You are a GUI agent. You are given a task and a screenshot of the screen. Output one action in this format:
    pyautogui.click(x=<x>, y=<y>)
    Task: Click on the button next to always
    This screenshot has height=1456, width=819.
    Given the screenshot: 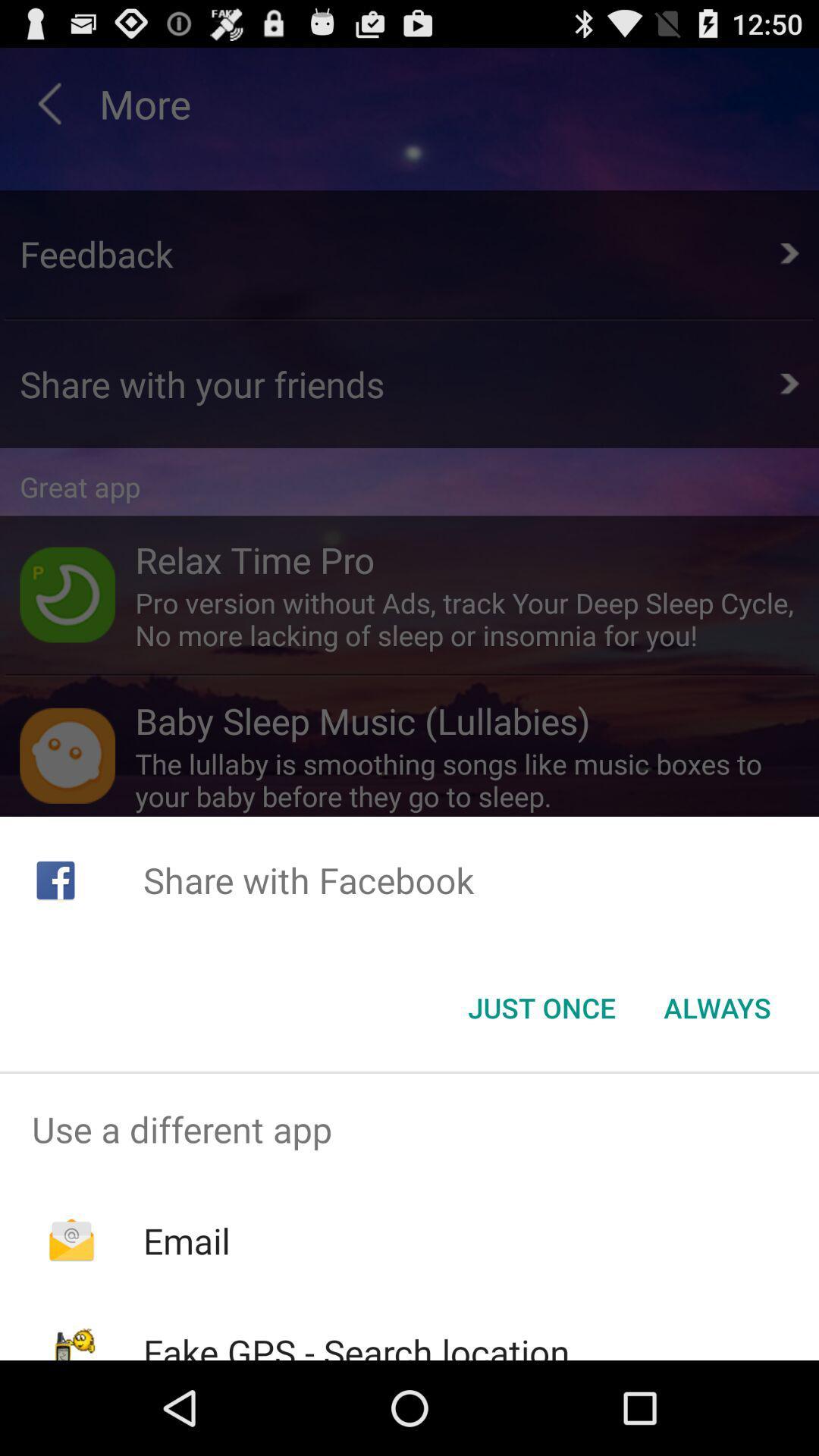 What is the action you would take?
    pyautogui.click(x=541, y=1008)
    